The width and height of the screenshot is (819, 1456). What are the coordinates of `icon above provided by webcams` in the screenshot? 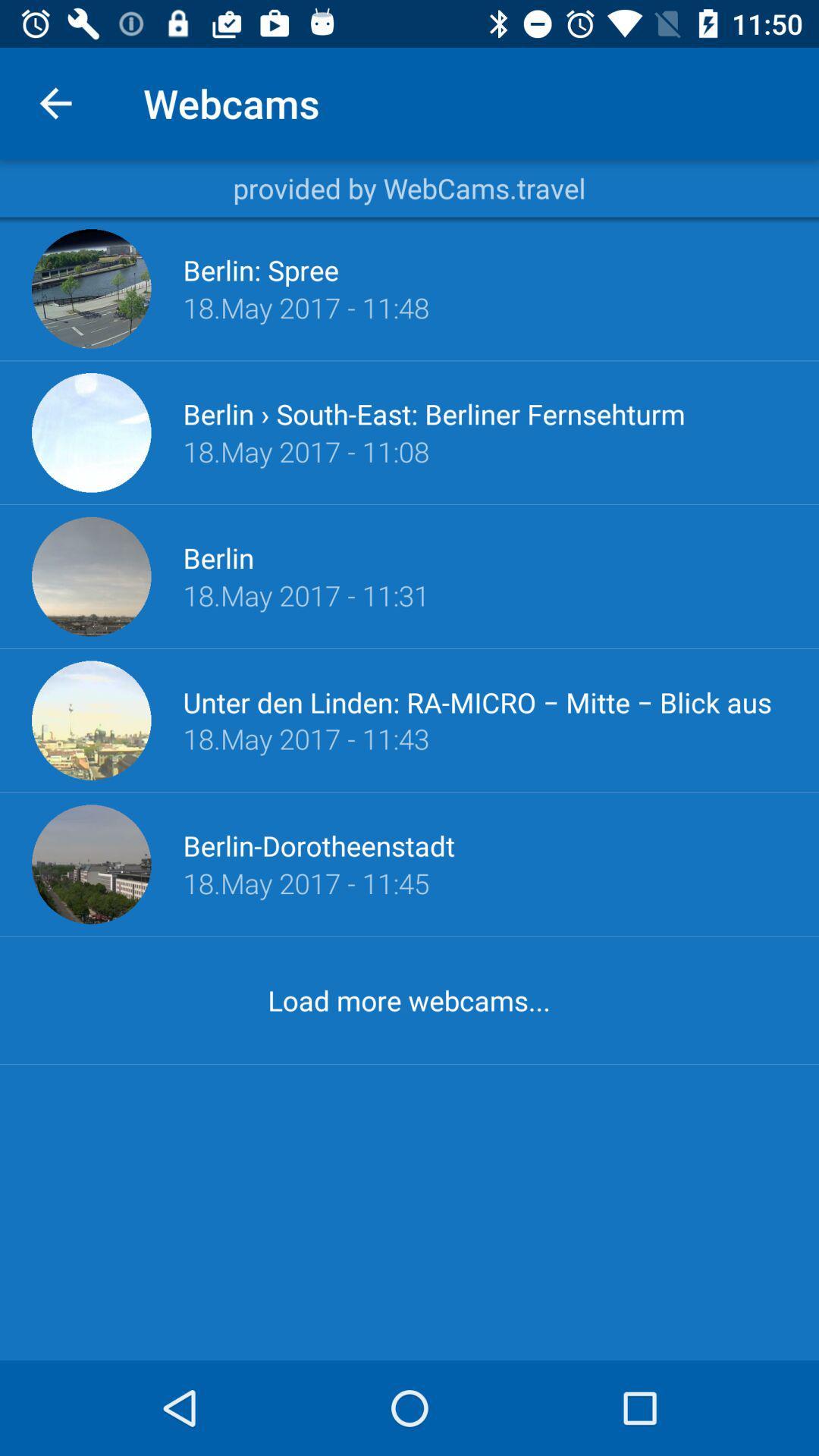 It's located at (55, 102).